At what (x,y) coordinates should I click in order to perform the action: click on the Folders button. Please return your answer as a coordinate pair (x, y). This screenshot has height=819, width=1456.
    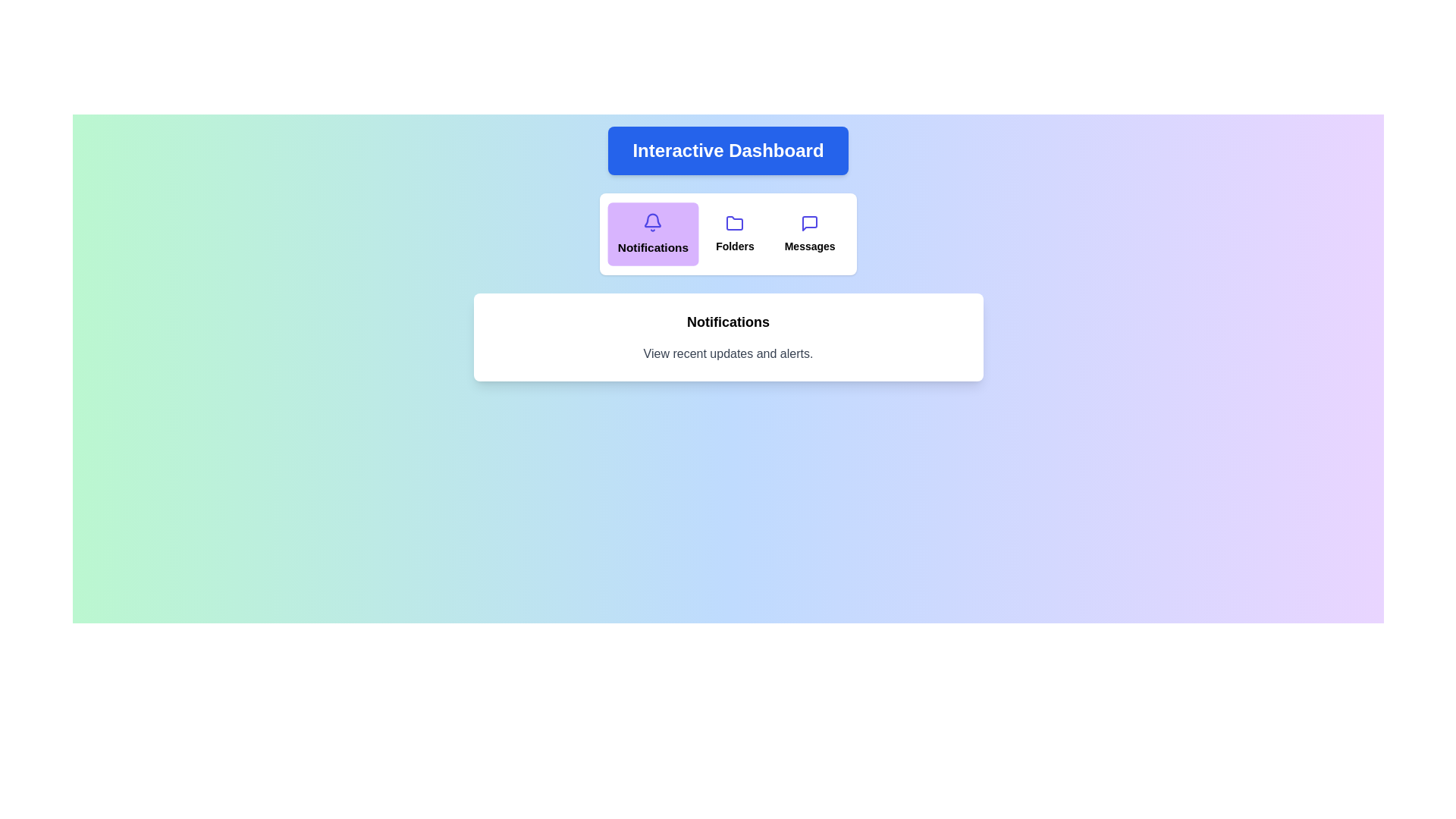
    Looking at the image, I should click on (735, 234).